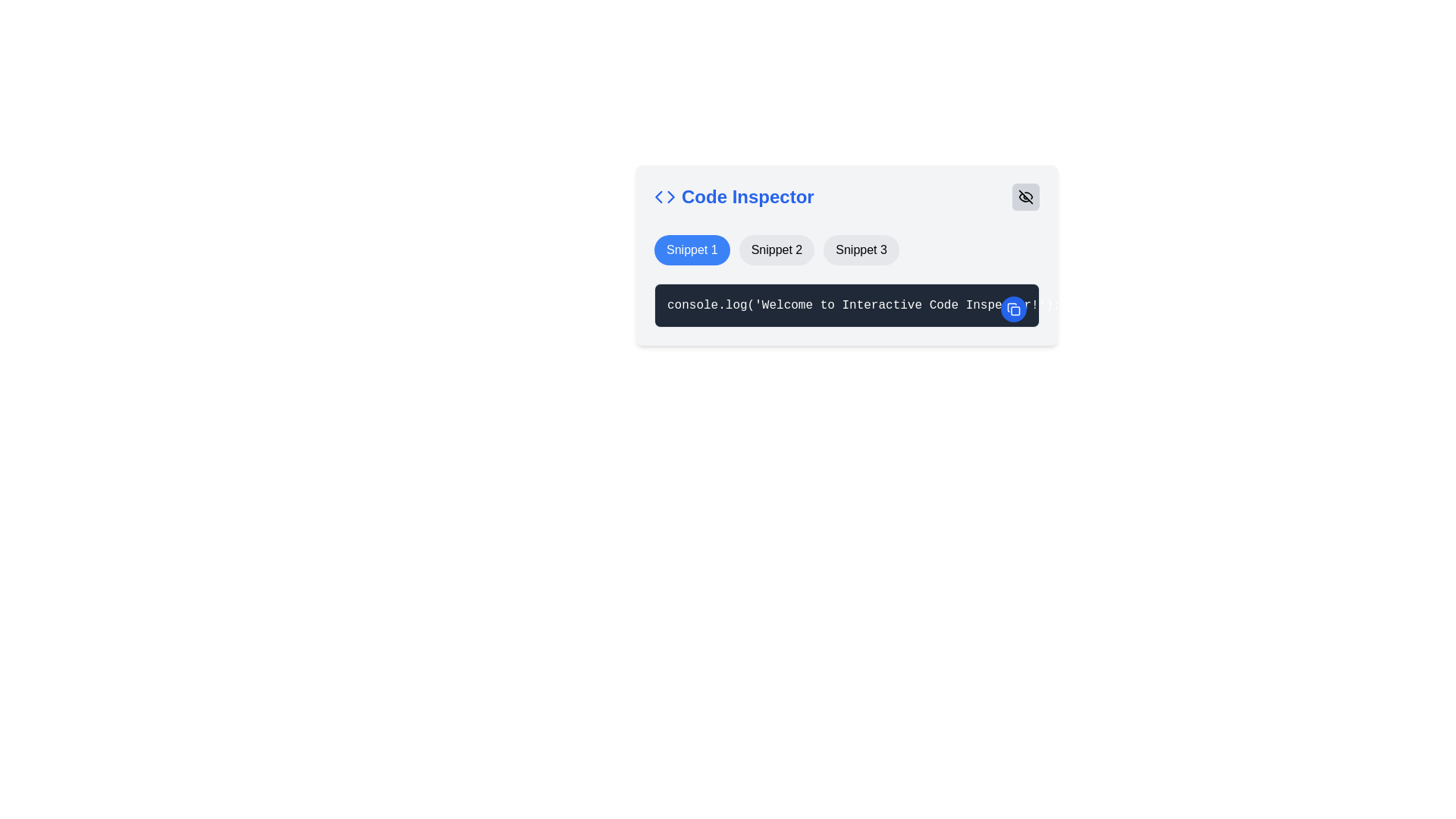 This screenshot has height=819, width=1456. Describe the element at coordinates (1026, 196) in the screenshot. I see `the visibility toggle icon located in the top-right of the interface` at that location.